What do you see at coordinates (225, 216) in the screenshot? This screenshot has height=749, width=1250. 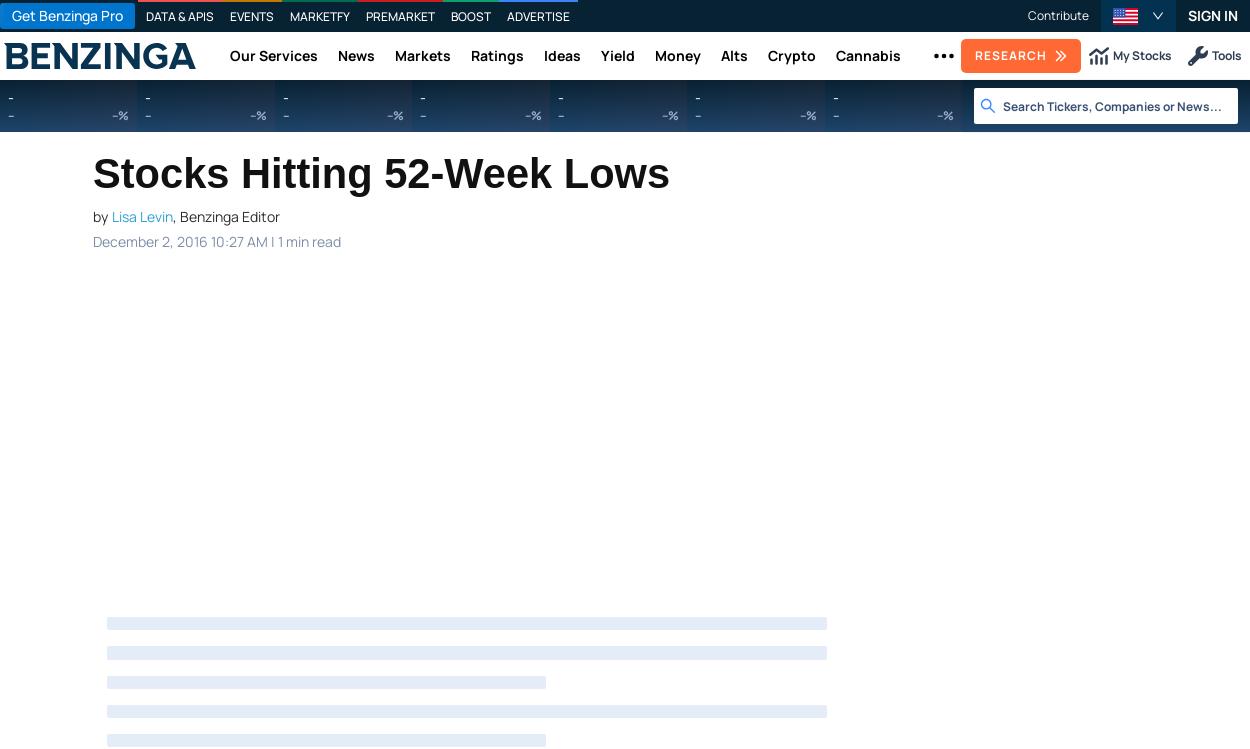 I see `', Benzinga Editor'` at bounding box center [225, 216].